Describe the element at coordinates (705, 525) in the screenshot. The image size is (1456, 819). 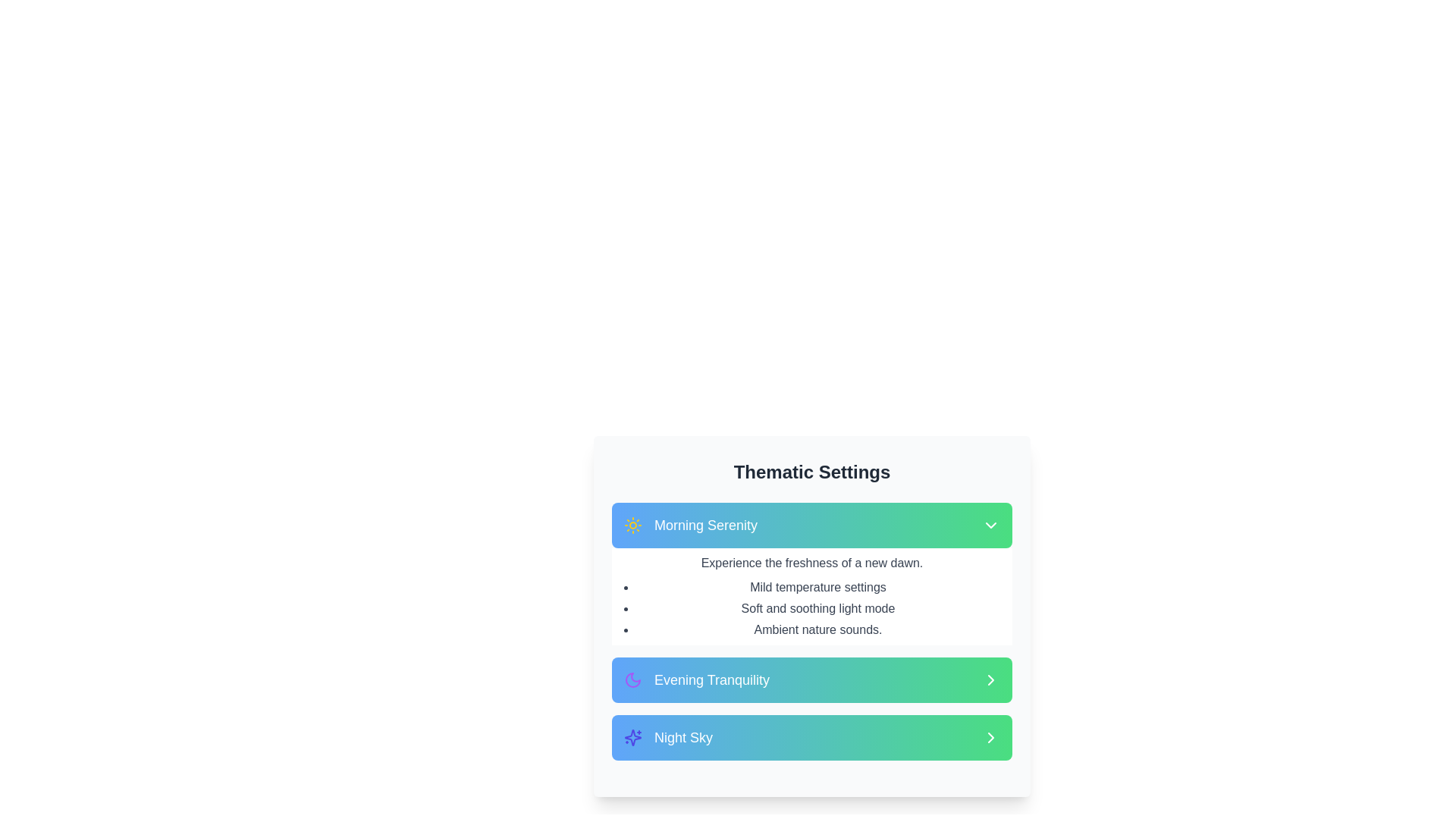
I see `'Morning Serenity' text label that identifies this theme within the Thematic Settings section for context` at that location.